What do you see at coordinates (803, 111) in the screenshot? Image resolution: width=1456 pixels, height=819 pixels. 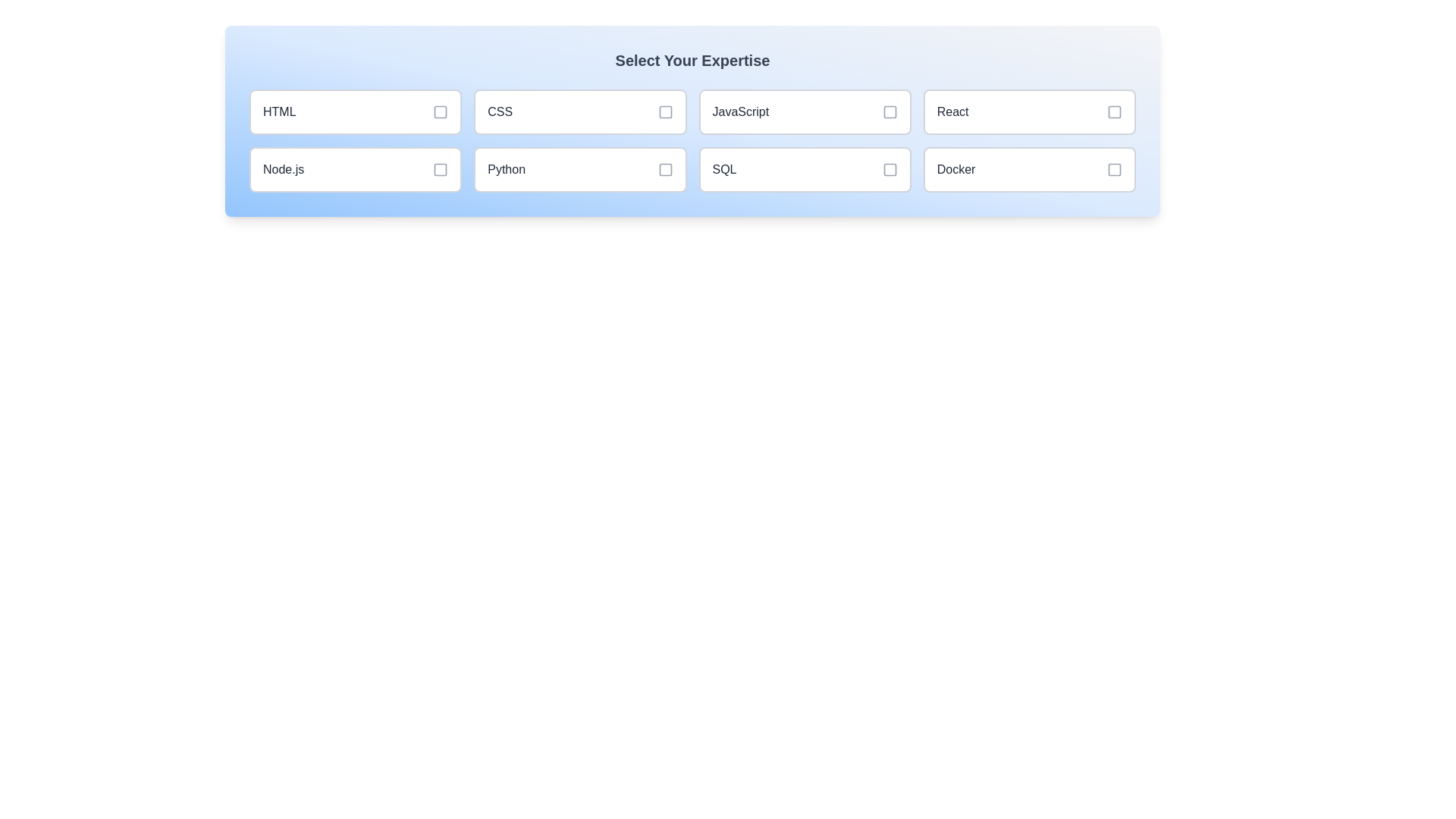 I see `the skill item labeled JavaScript to toggle its selection state` at bounding box center [803, 111].